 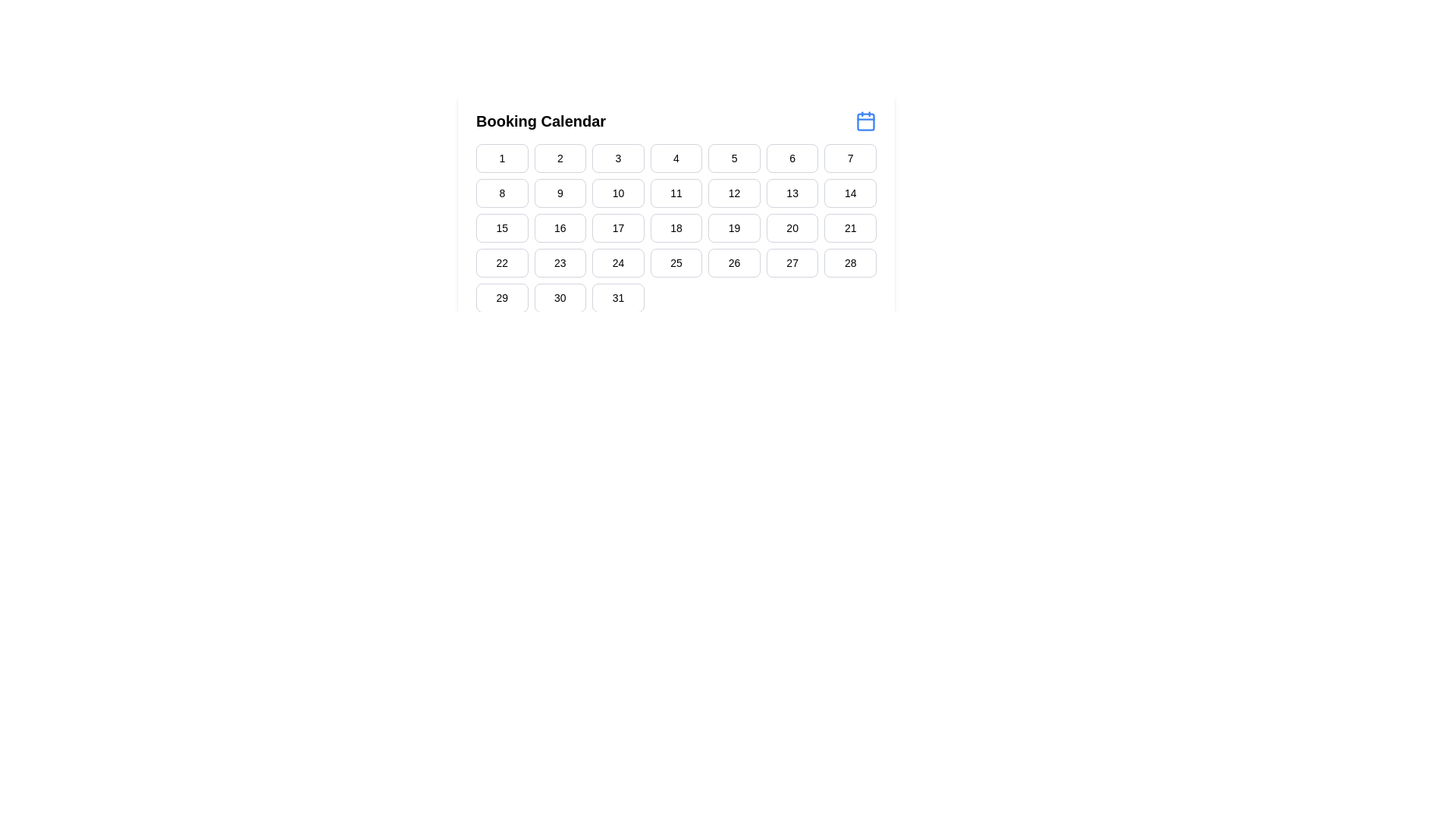 I want to click on the button labeled '10', which is a rectangular button with rounded corners and a white background, so click(x=618, y=192).